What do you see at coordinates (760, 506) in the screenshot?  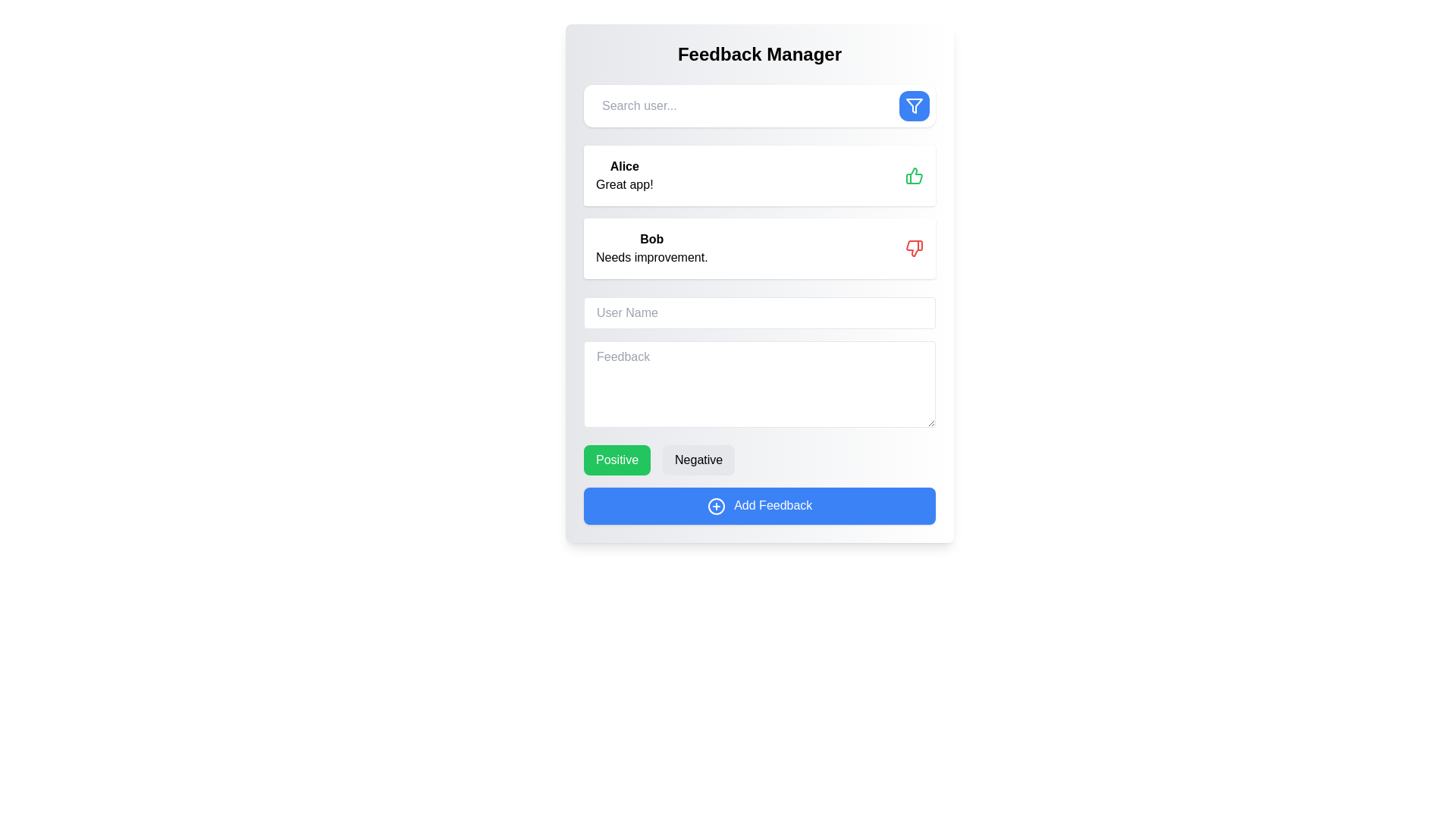 I see `the feedback submission button located at the bottom of the form, directly beneath the Positive and Negative buttons` at bounding box center [760, 506].